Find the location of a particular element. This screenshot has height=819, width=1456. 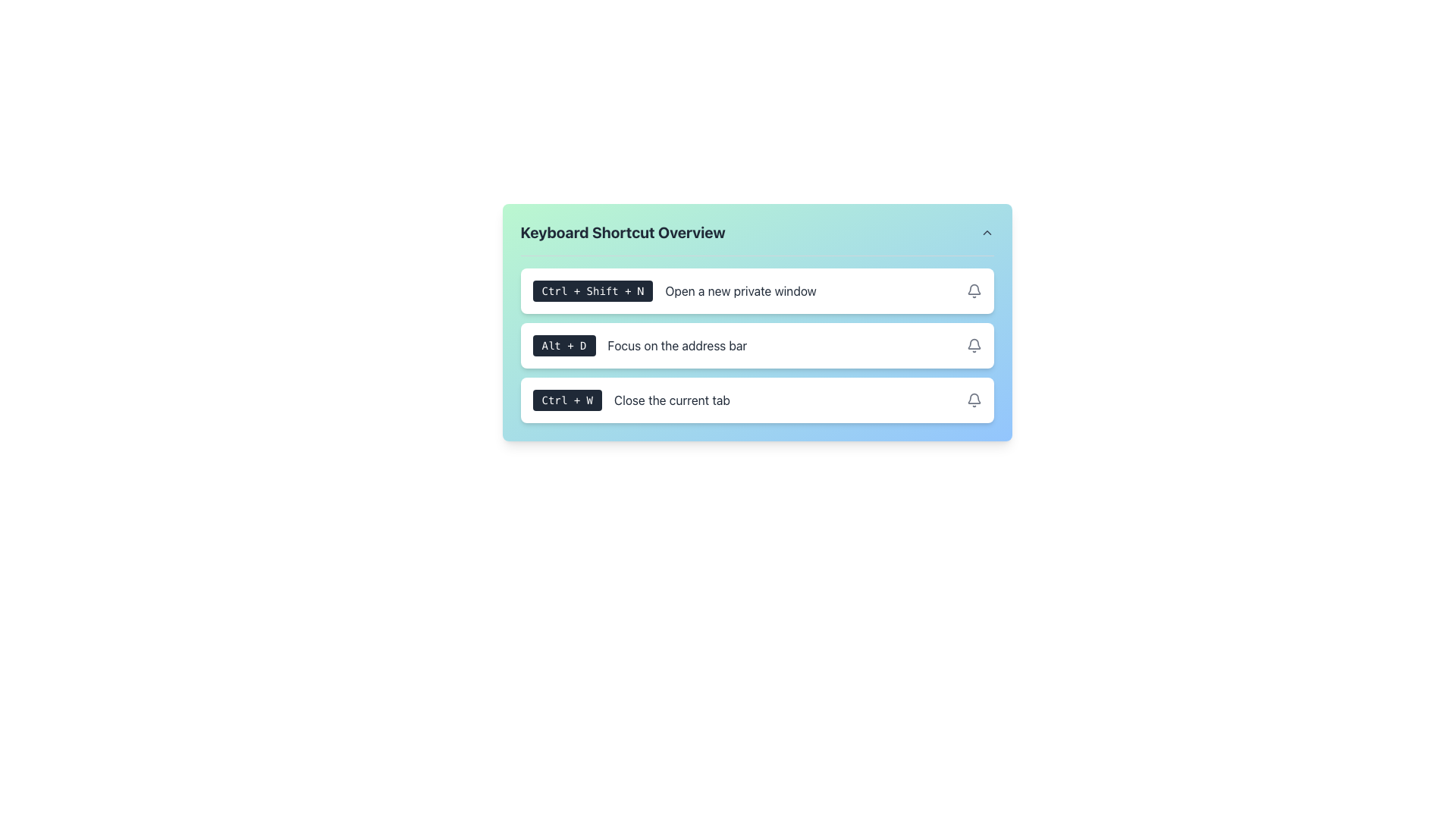

text label that describes the action associated with the keyboard shortcut 'Ctrl + Shift + N', located in the first row of the shortcut descriptions, to the right of the dark gray box and left of the bell-shaped icon is located at coordinates (741, 291).